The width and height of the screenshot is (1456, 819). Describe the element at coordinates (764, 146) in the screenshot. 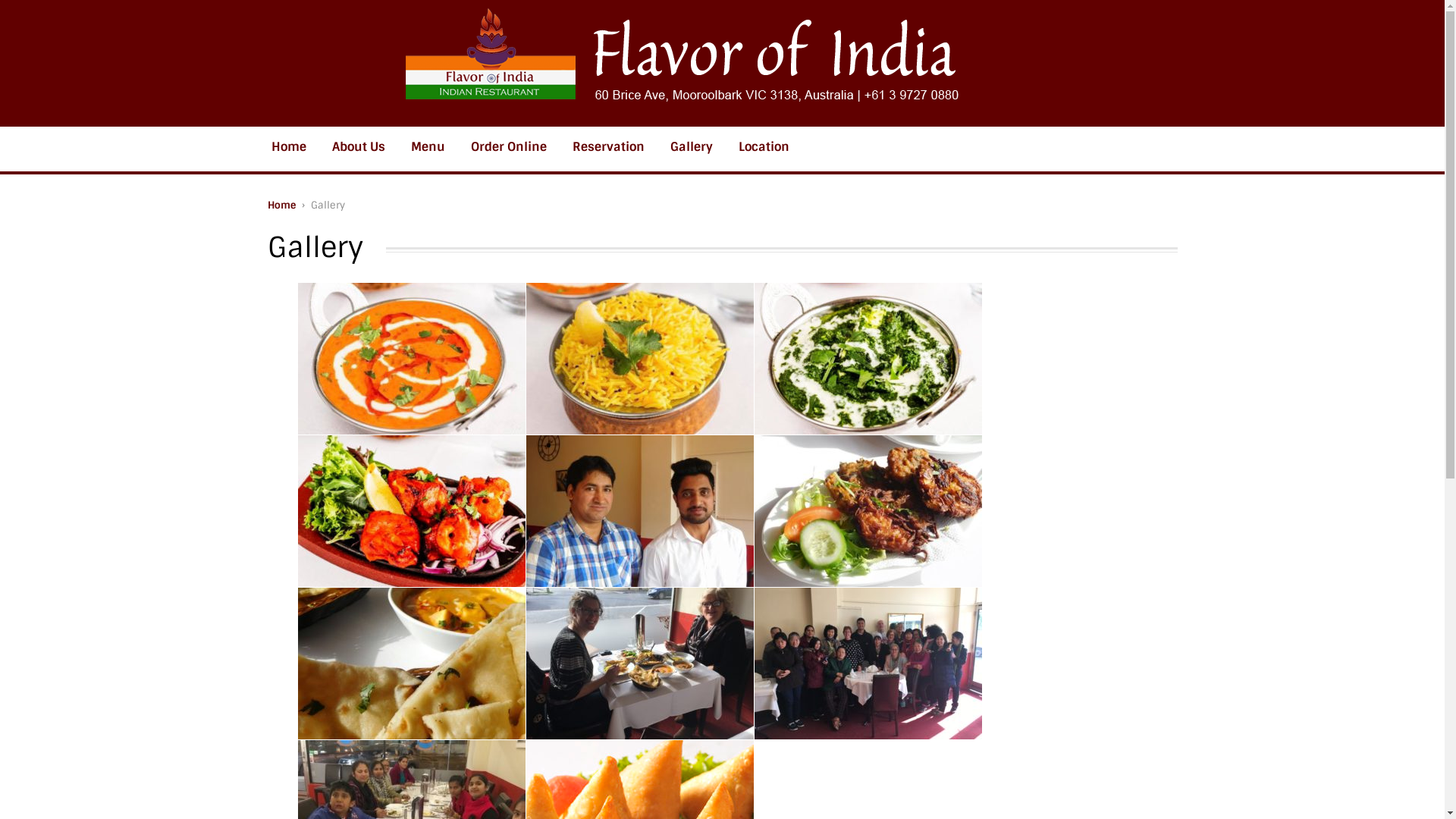

I see `'Location'` at that location.